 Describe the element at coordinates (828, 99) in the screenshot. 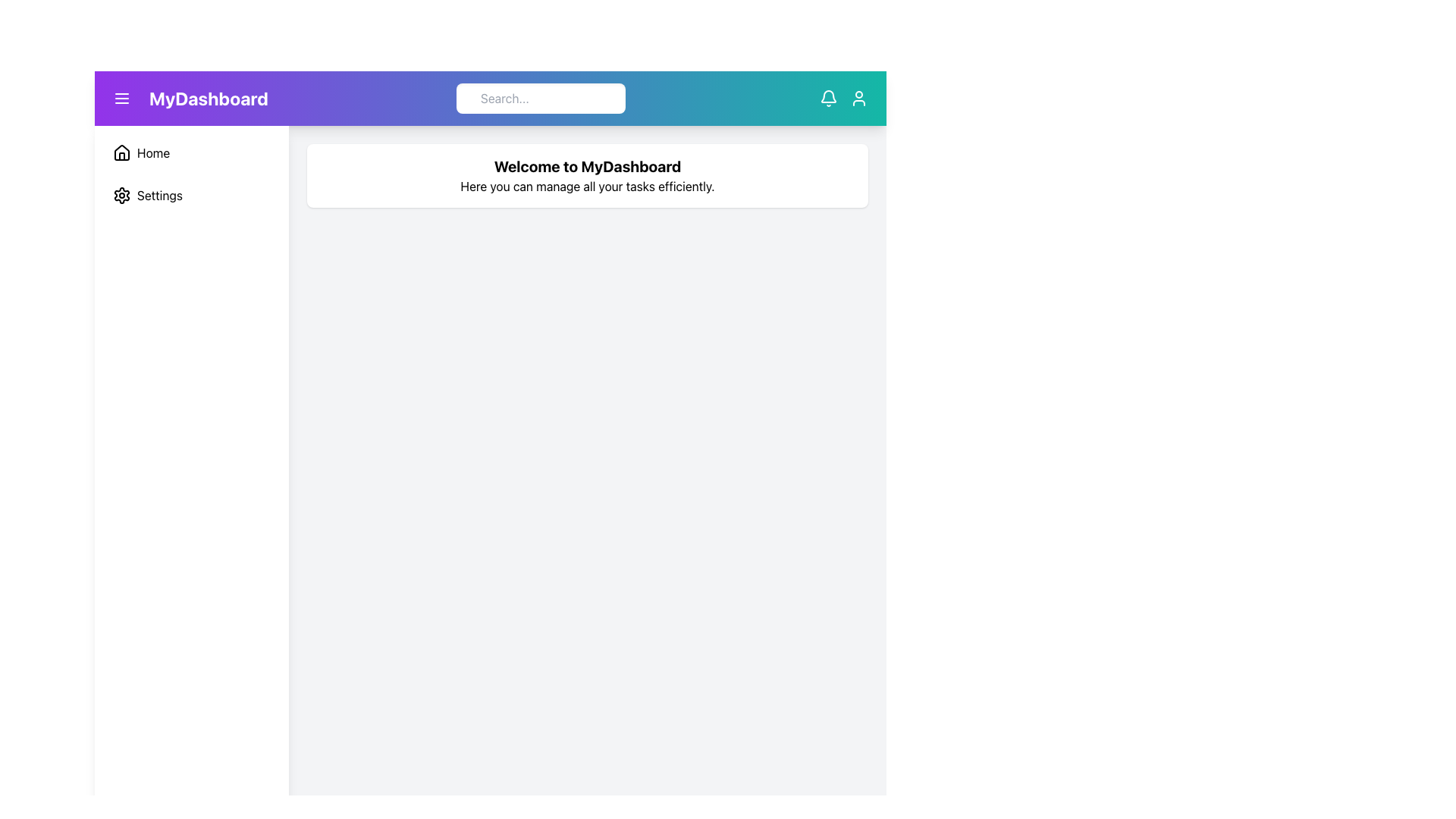

I see `the notification button located near the top-right corner of the interface` at that location.